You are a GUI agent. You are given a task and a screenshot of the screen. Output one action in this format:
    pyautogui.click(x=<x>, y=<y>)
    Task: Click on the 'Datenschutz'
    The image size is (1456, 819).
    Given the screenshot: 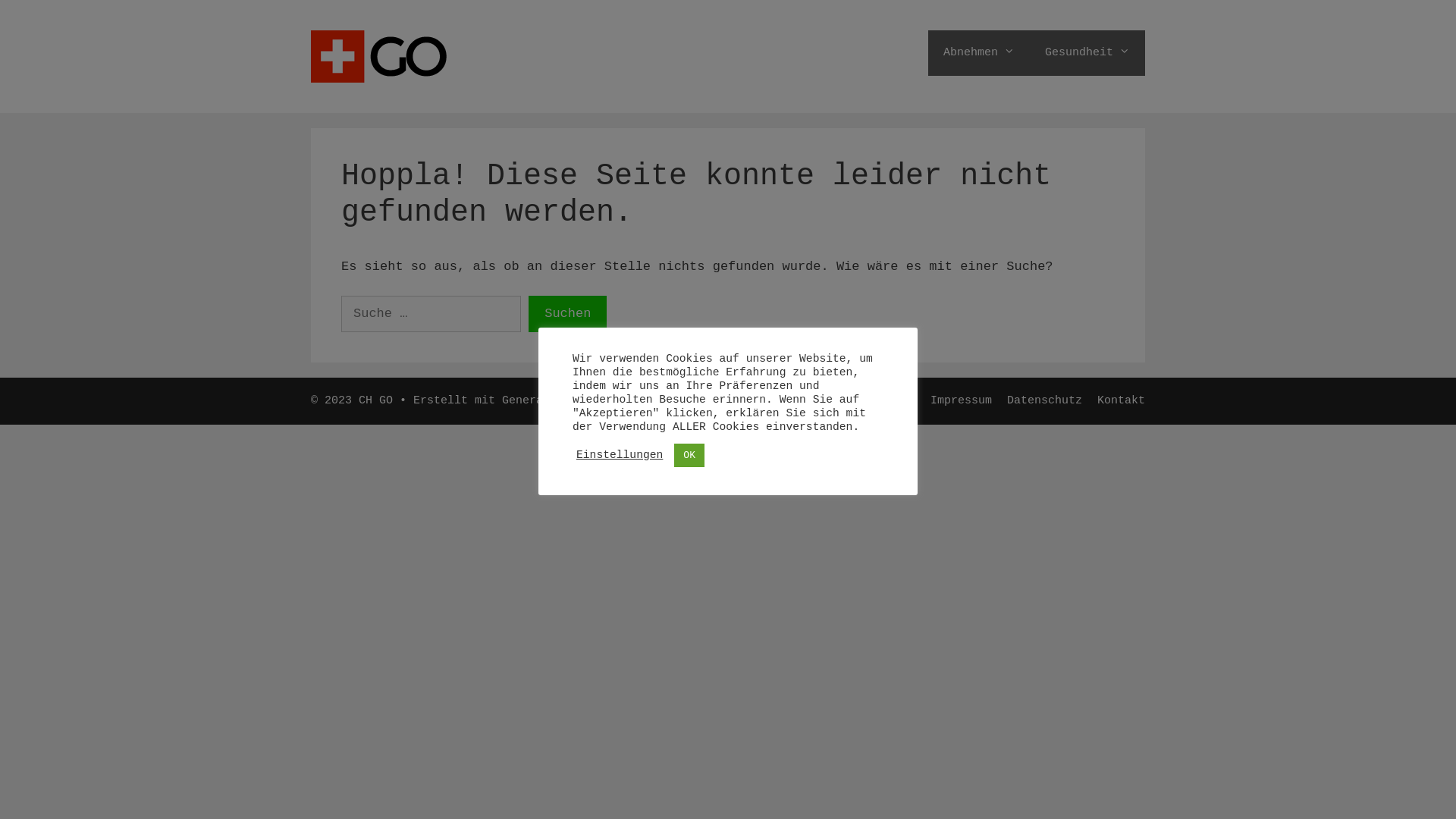 What is the action you would take?
    pyautogui.click(x=1043, y=400)
    